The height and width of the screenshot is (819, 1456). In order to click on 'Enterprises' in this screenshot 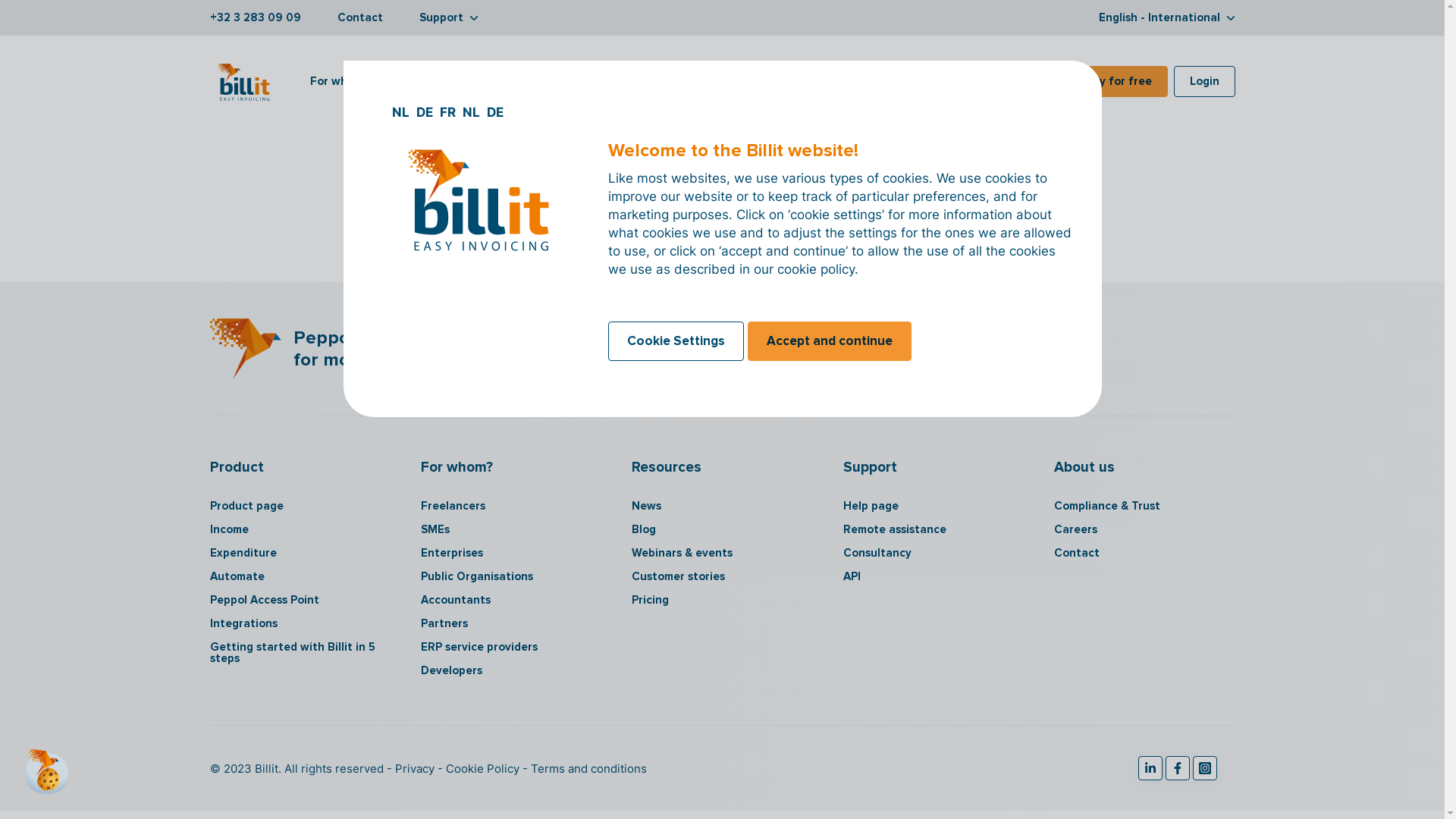, I will do `click(510, 553)`.